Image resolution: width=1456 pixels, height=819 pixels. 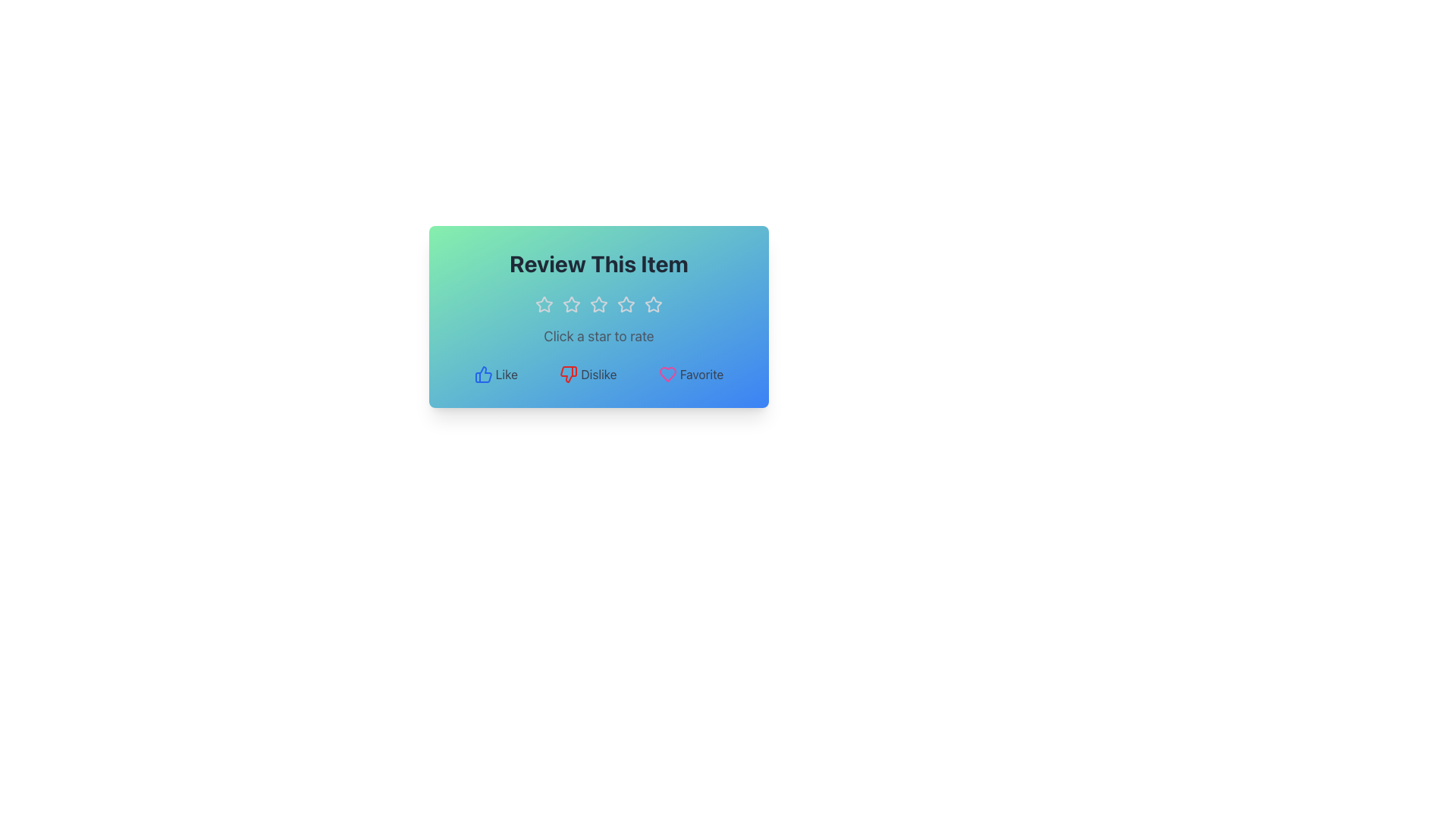 What do you see at coordinates (598, 304) in the screenshot?
I see `the fourth star icon in the star rating component, which is outlined in light gray and located under the 'Review This Item' text, to trigger a preview effect` at bounding box center [598, 304].